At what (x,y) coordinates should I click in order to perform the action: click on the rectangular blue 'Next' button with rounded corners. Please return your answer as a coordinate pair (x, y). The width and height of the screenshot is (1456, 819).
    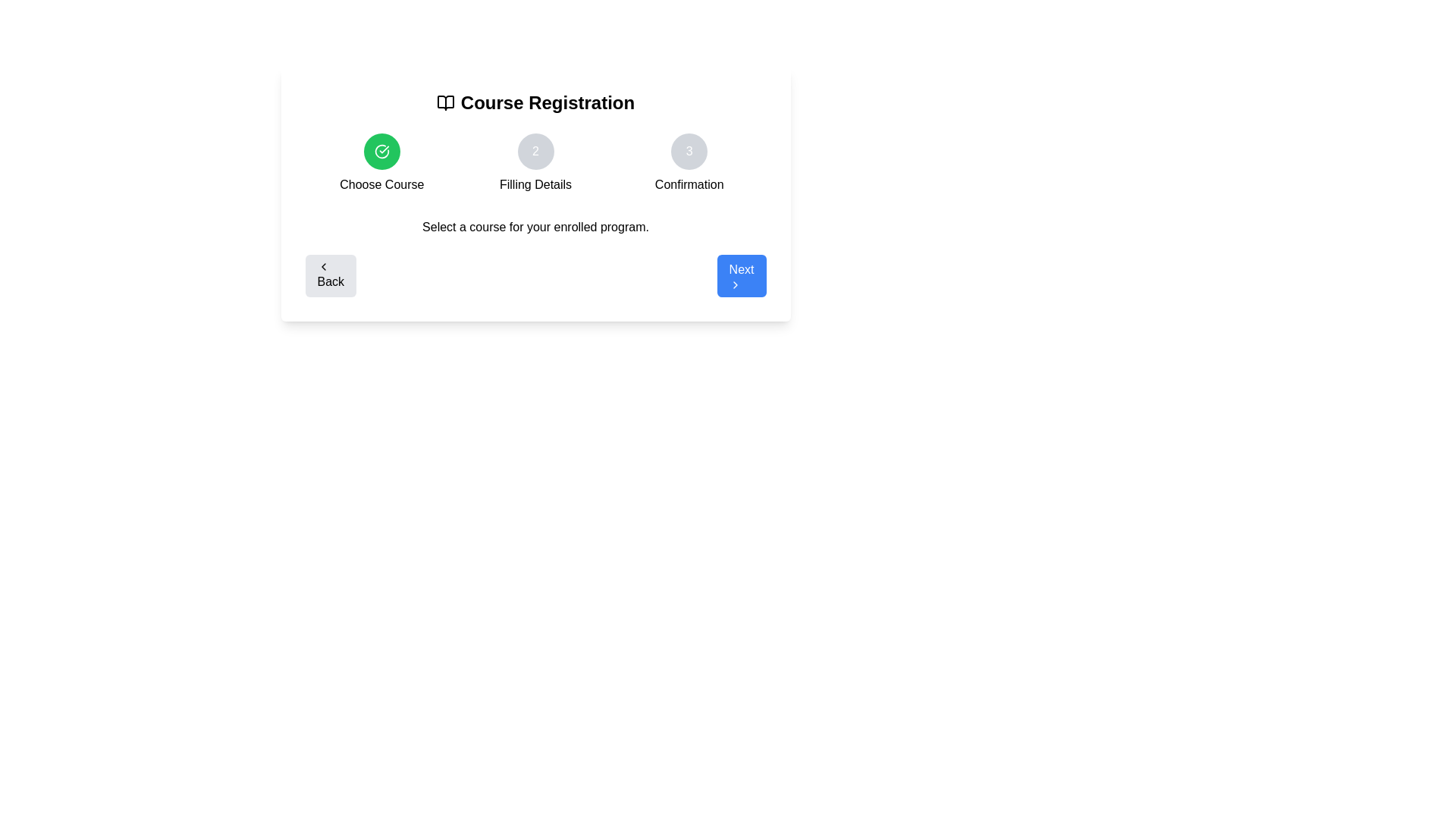
    Looking at the image, I should click on (742, 275).